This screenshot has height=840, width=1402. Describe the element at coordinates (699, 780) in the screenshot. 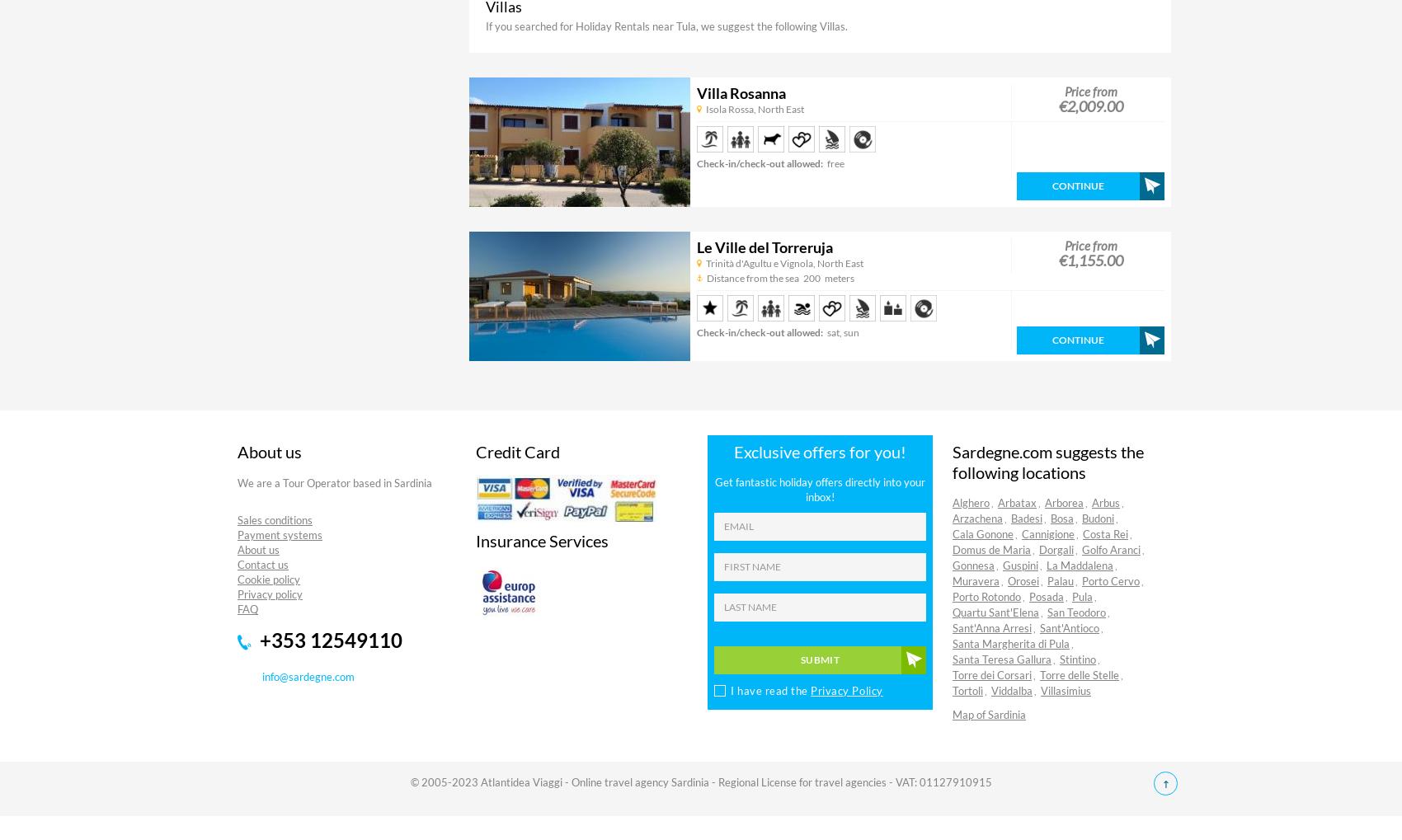

I see `'© 2005-2023 Atlantidea Viaggi - Online travel agency Sardinia - Regional License for travel agencies - VAT: 01127910915'` at that location.